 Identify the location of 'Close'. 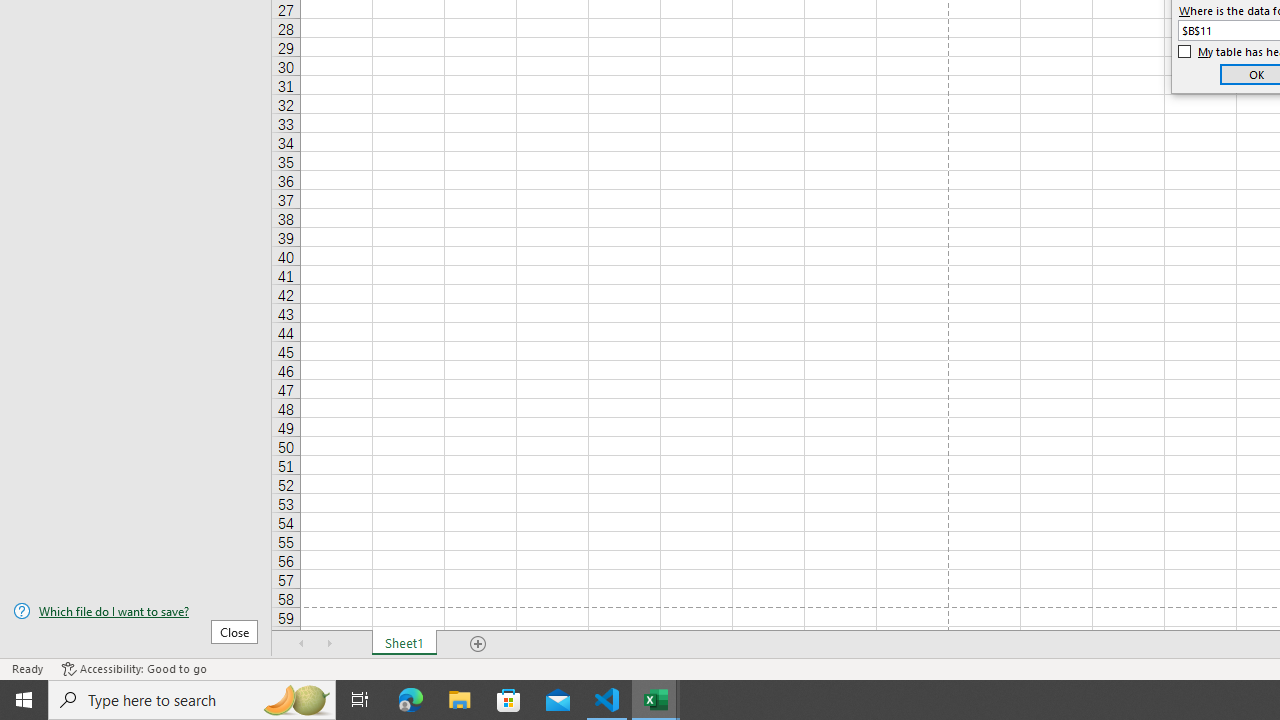
(234, 631).